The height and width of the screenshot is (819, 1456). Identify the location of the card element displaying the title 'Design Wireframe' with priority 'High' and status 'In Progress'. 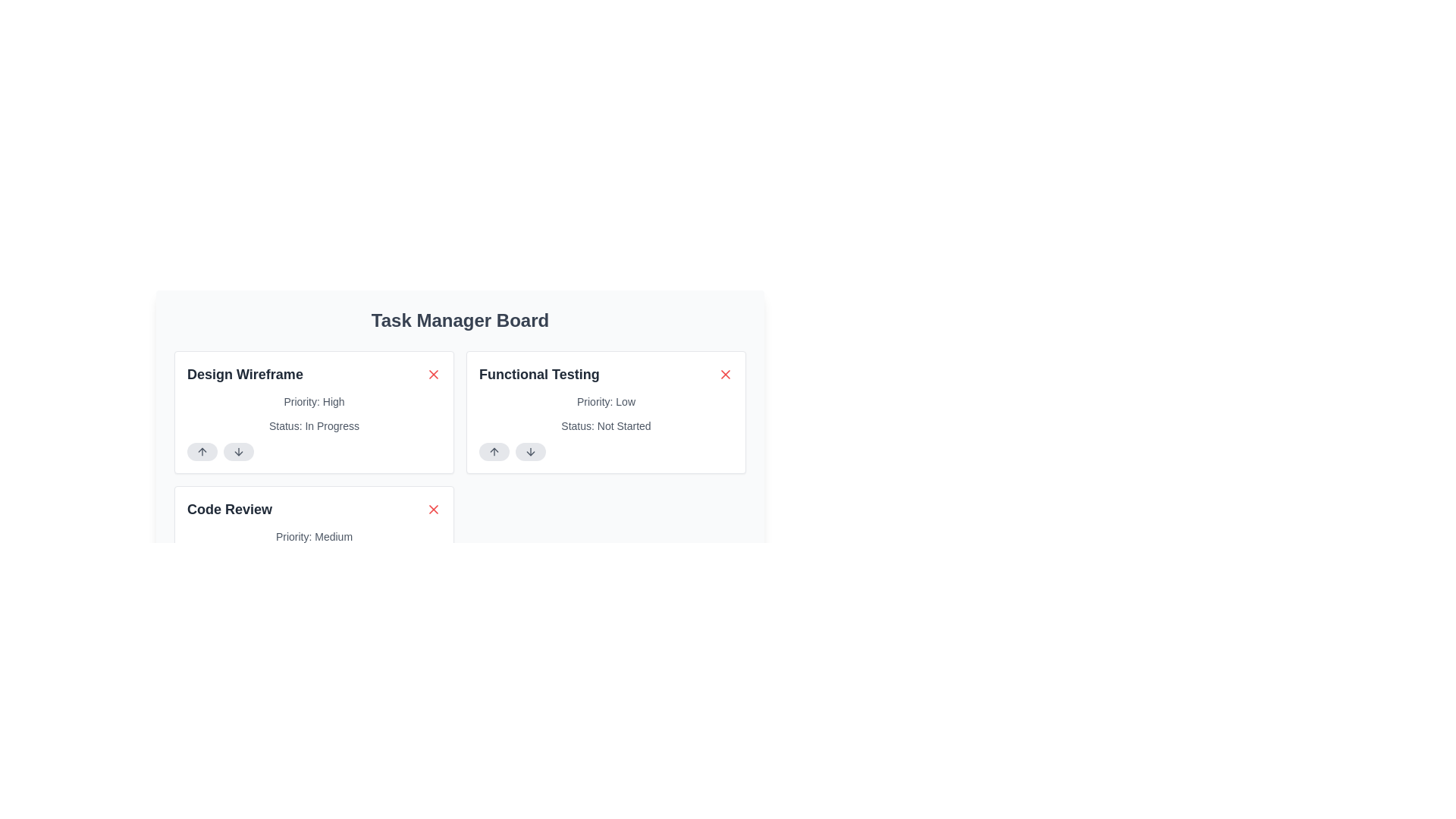
(313, 412).